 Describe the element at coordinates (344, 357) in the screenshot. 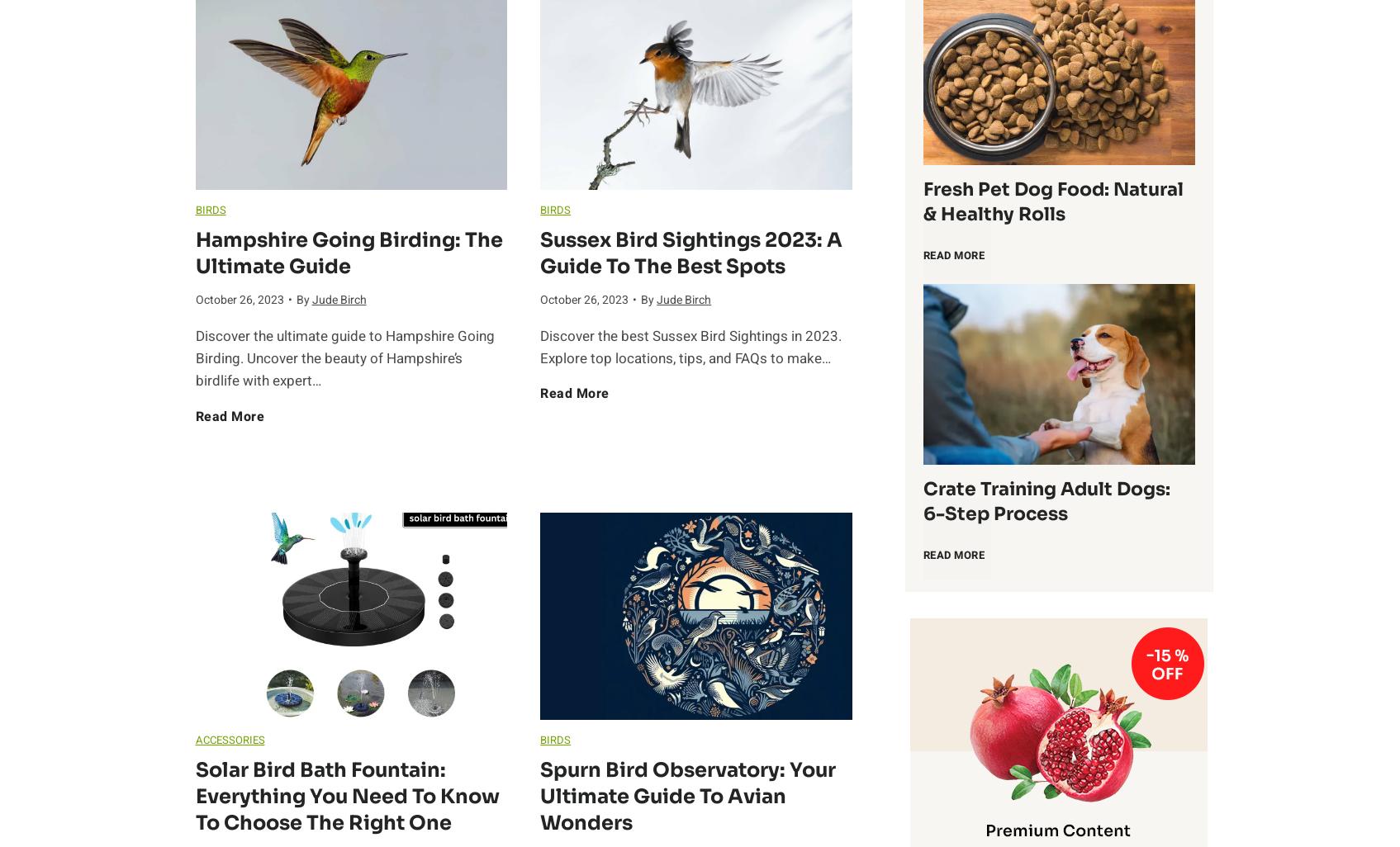

I see `'Discover the ultimate guide to Hampshire Going Birding. Uncover the beauty of Hampshire’s birdlife with expert…'` at that location.